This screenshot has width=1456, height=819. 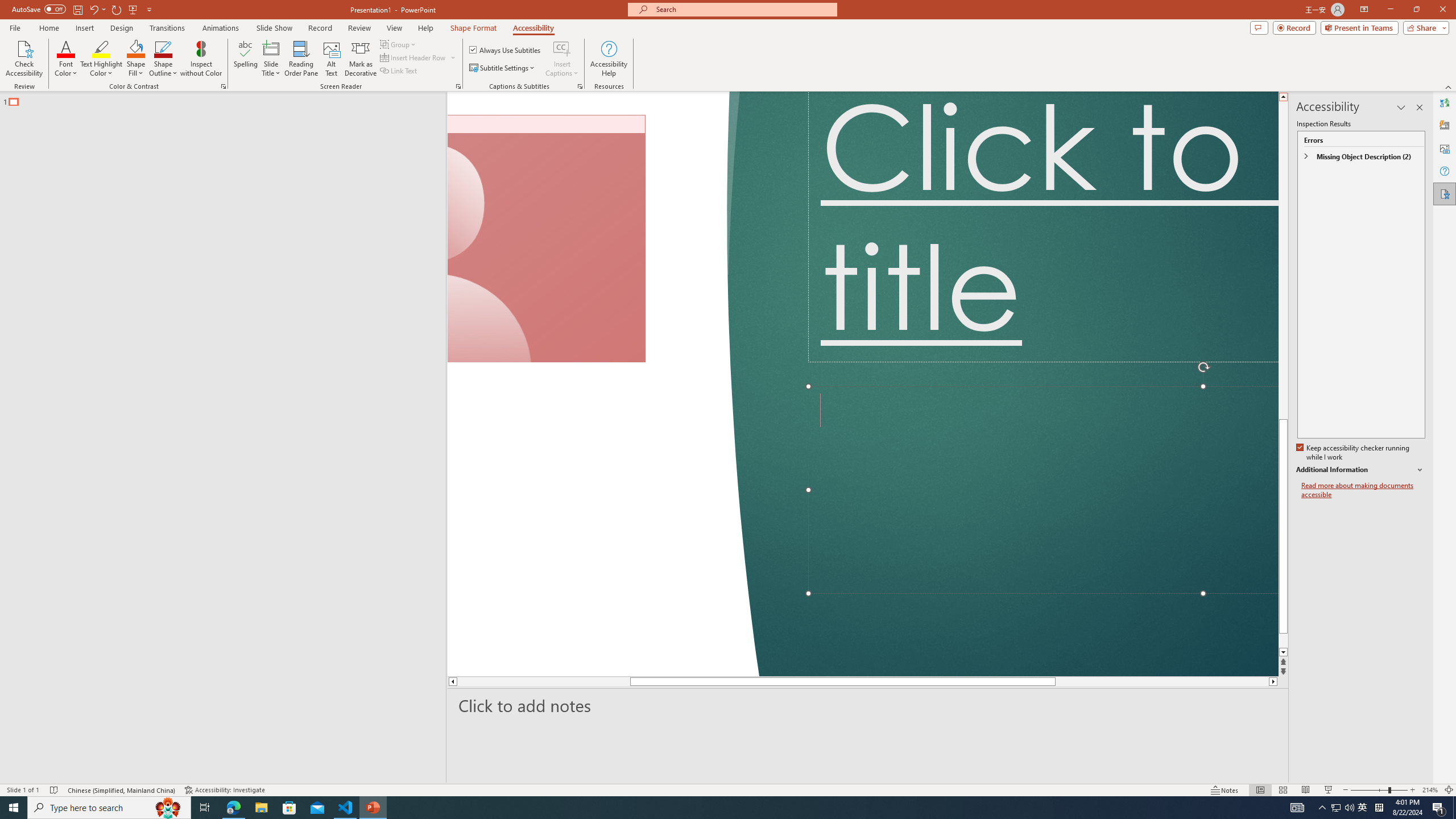 I want to click on 'Insert Header Row', so click(x=413, y=56).